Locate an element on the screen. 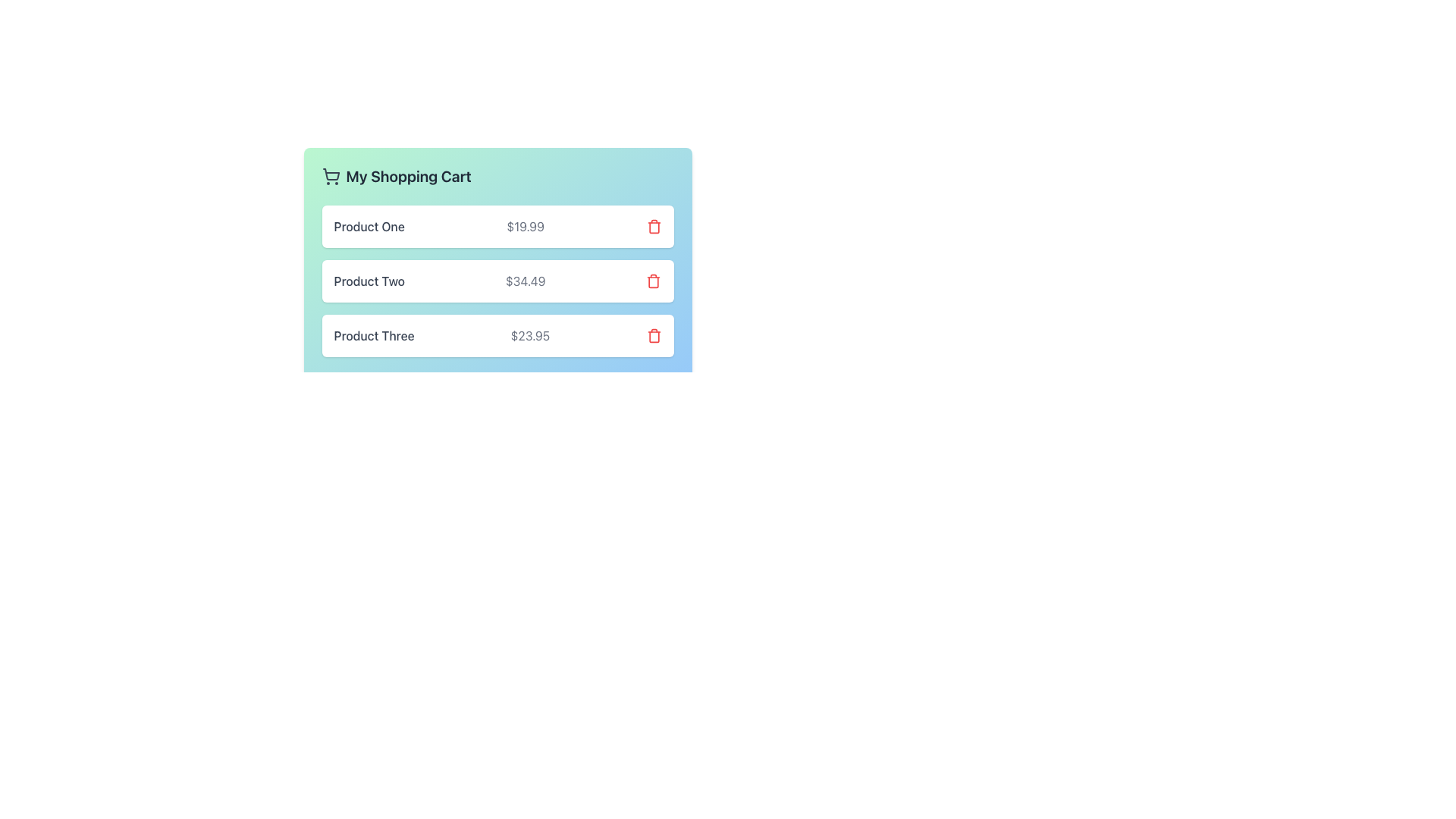 Image resolution: width=1456 pixels, height=819 pixels. the red-colored trash icon button located at the far right end of the row labeled 'Product One' in the shopping cart, positioned to the right of the price text '$19.99' is located at coordinates (654, 227).